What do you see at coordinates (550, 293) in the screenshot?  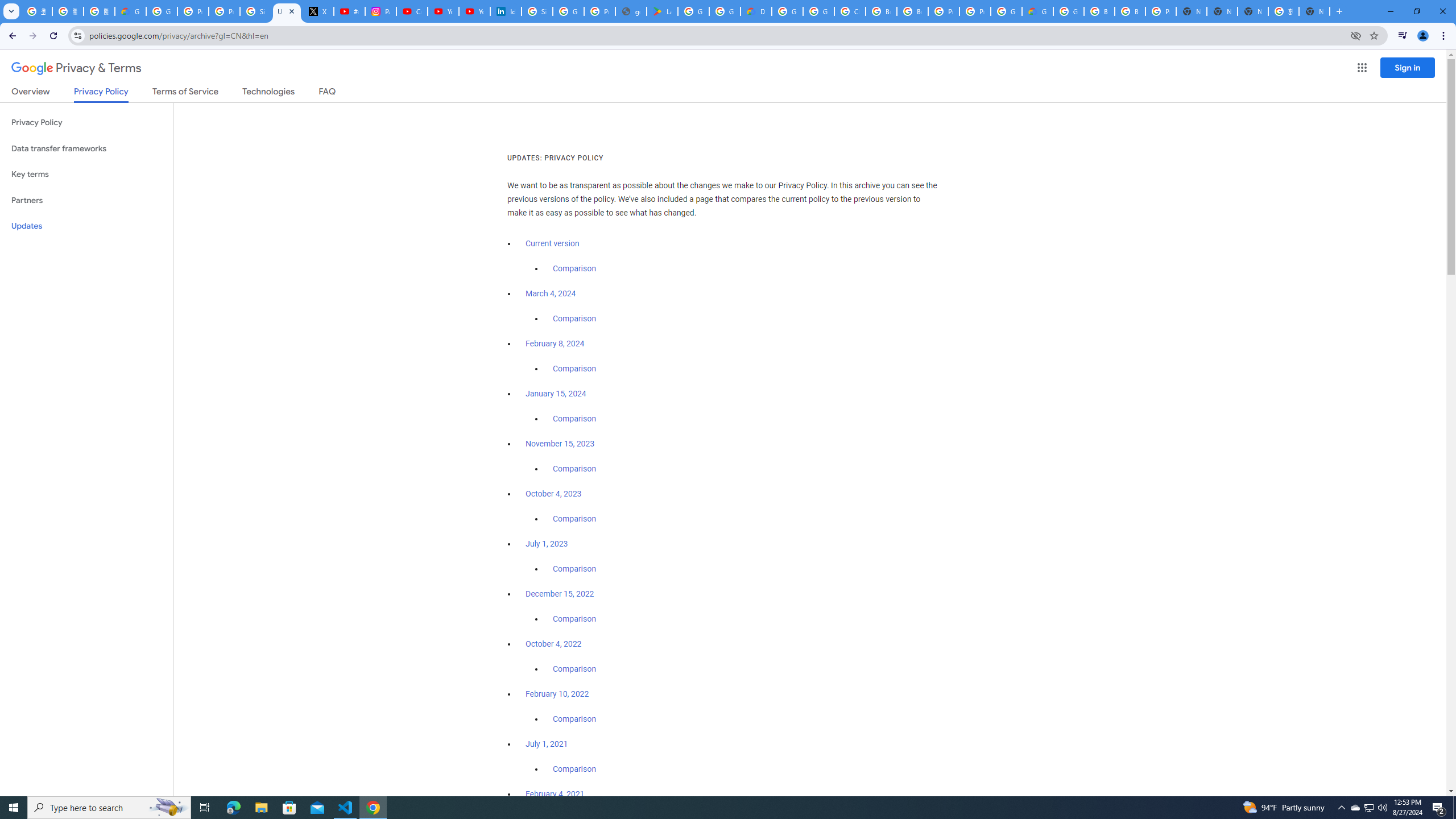 I see `'March 4, 2024'` at bounding box center [550, 293].